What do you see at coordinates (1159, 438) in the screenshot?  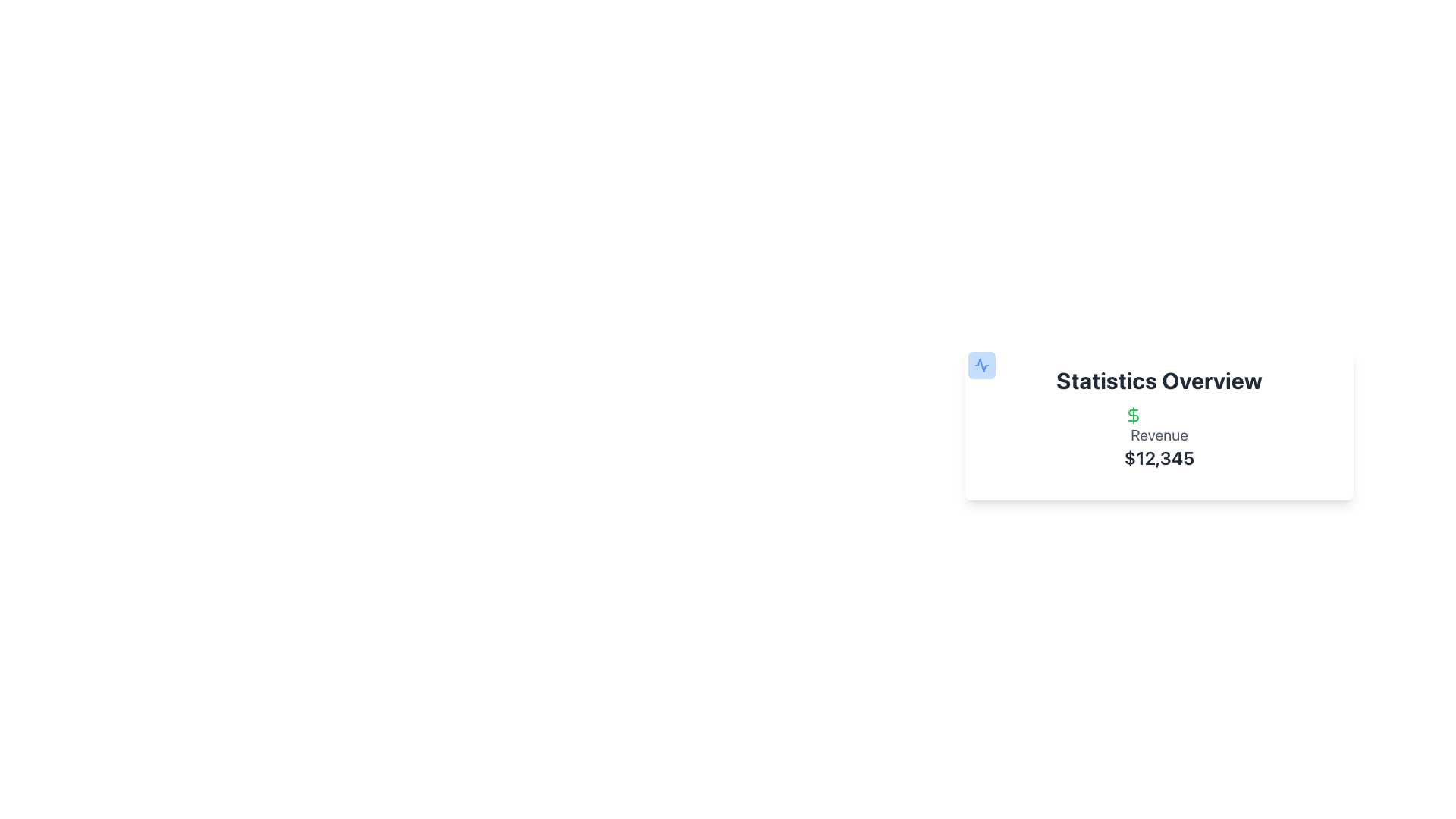 I see `displayed financial information from the Text block with an accompanying icon located within the 'Statistics Overview' card` at bounding box center [1159, 438].